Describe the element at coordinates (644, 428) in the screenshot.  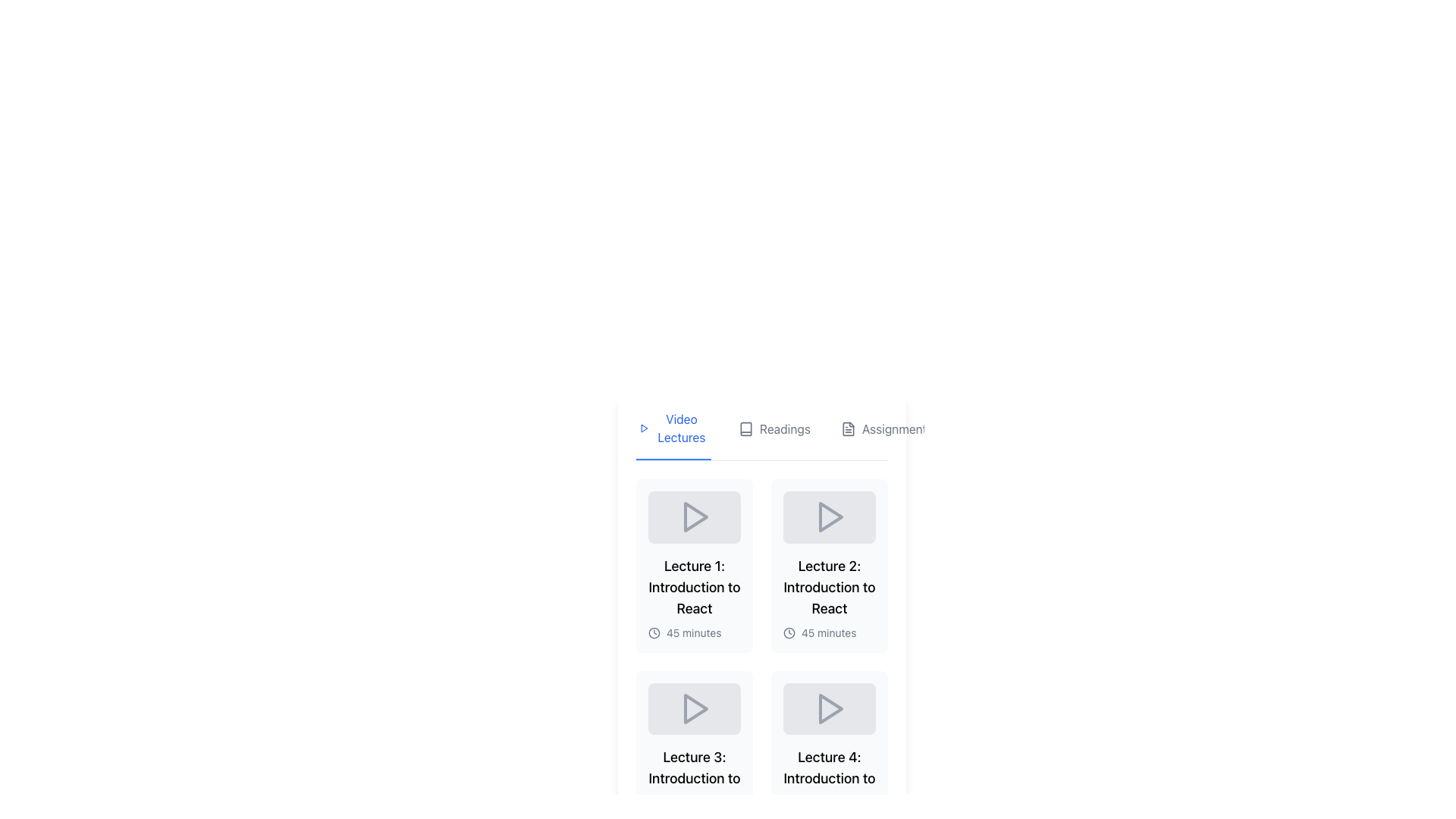
I see `the play button icon located in the 'Video Lectures' tab section` at that location.